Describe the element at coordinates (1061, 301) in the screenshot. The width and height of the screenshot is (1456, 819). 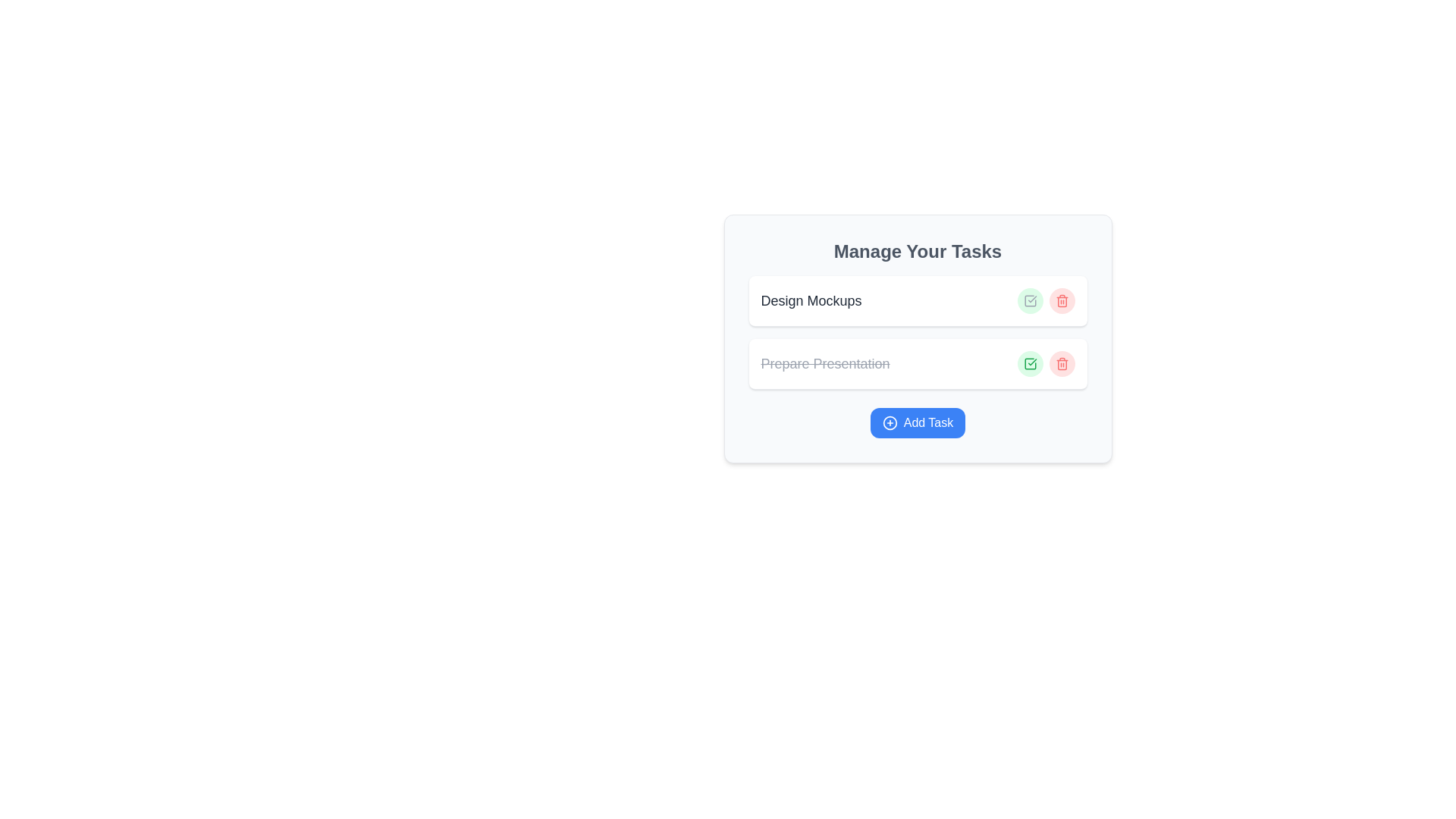
I see `the delete icon located to the right of the 'Design Mockups' task item` at that location.